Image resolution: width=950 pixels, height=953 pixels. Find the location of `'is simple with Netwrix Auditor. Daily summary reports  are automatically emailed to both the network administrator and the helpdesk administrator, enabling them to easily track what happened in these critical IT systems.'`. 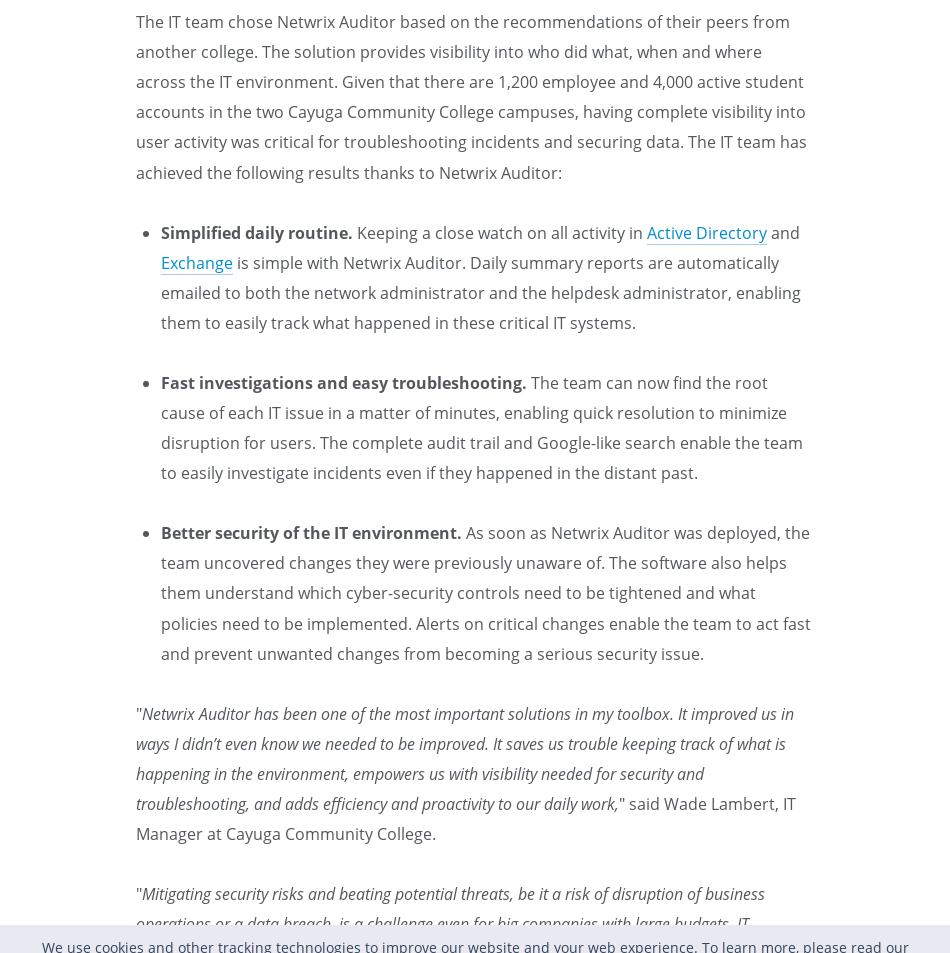

'is simple with Netwrix Auditor. Daily summary reports  are automatically emailed to both the network administrator and the helpdesk administrator, enabling them to easily track what happened in these critical IT systems.' is located at coordinates (161, 290).